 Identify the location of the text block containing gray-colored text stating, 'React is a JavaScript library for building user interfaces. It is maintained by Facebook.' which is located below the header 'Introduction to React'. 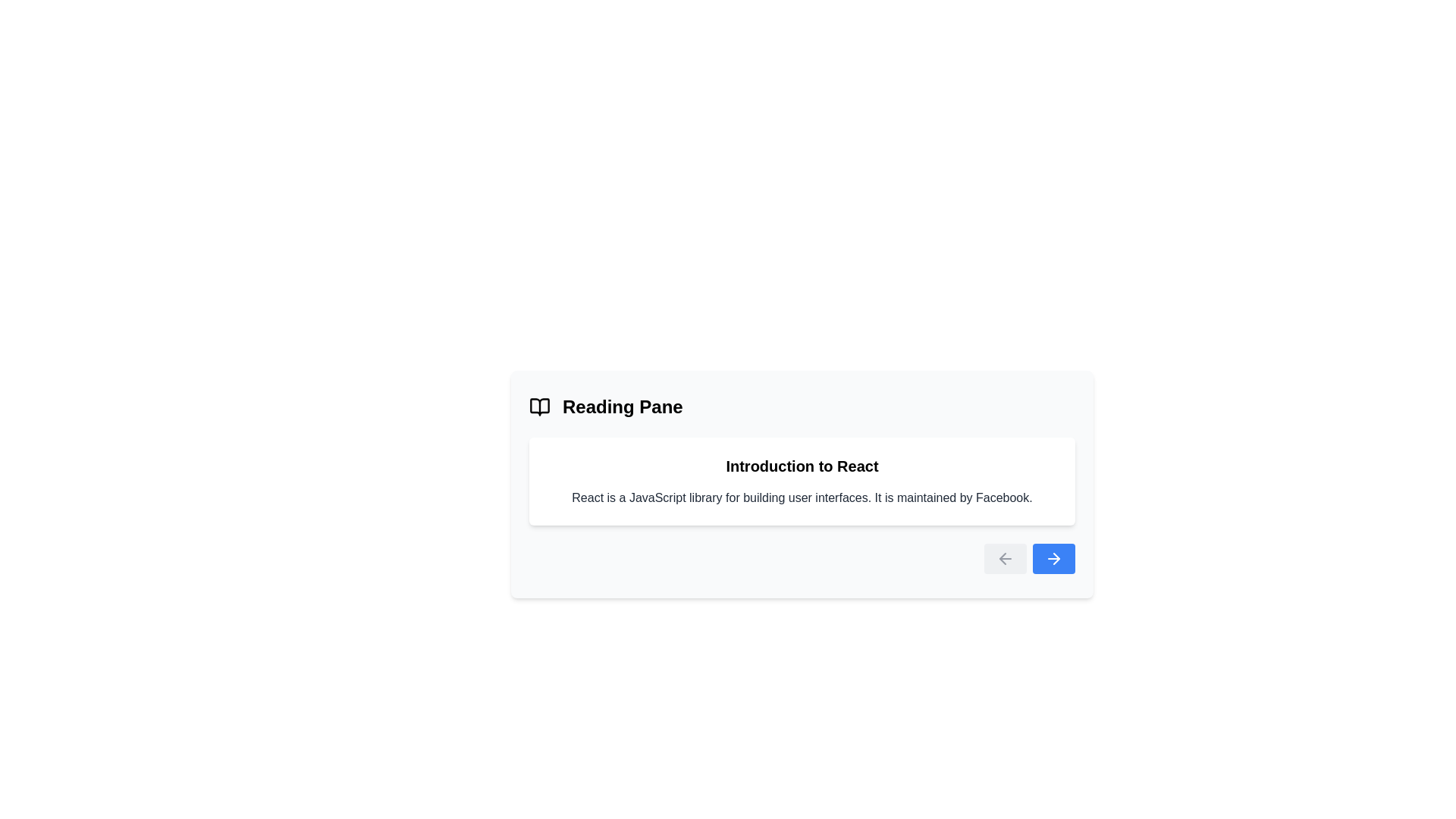
(801, 497).